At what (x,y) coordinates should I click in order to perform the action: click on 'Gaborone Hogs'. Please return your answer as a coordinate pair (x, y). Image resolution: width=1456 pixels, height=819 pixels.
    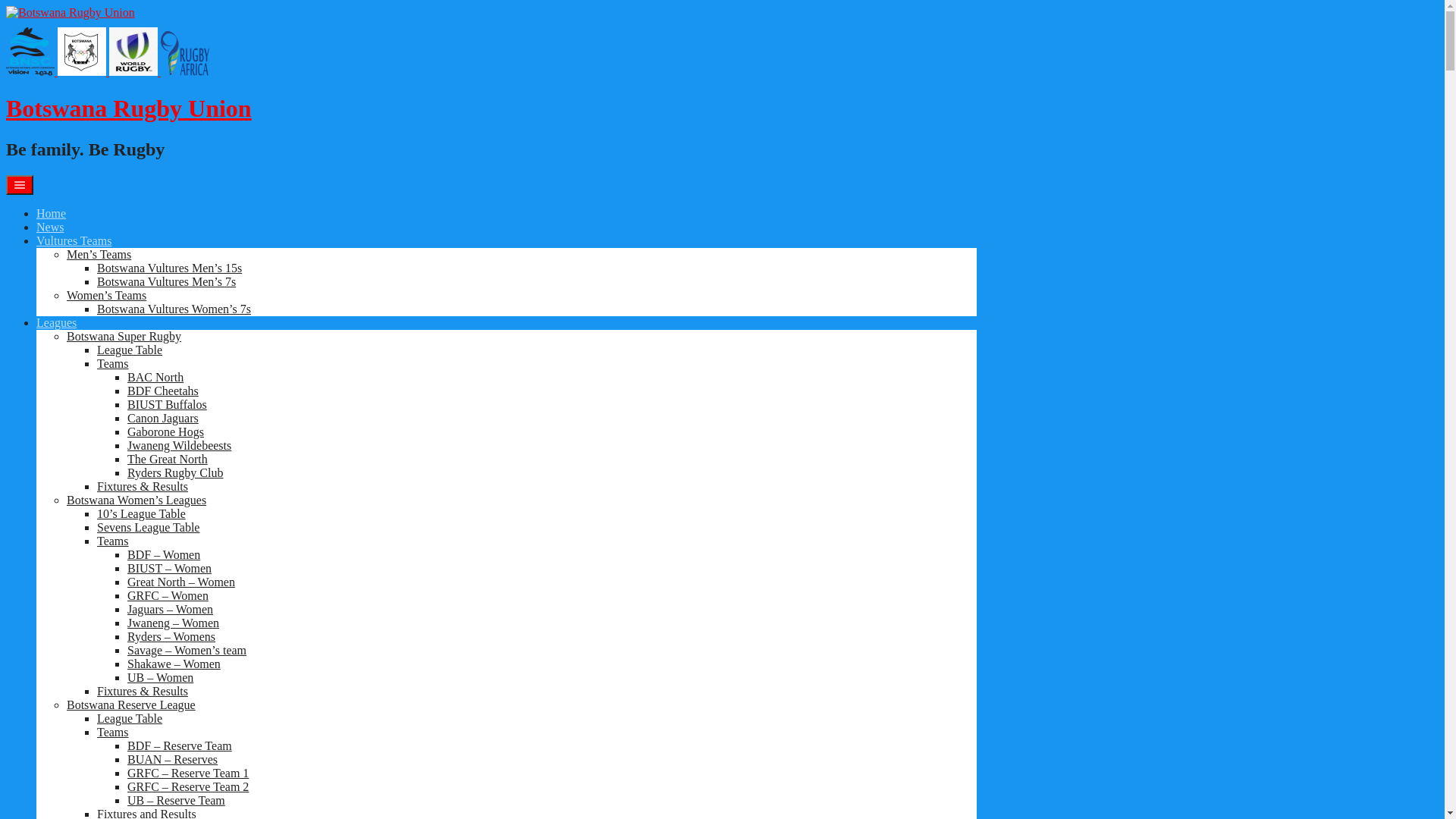
    Looking at the image, I should click on (165, 431).